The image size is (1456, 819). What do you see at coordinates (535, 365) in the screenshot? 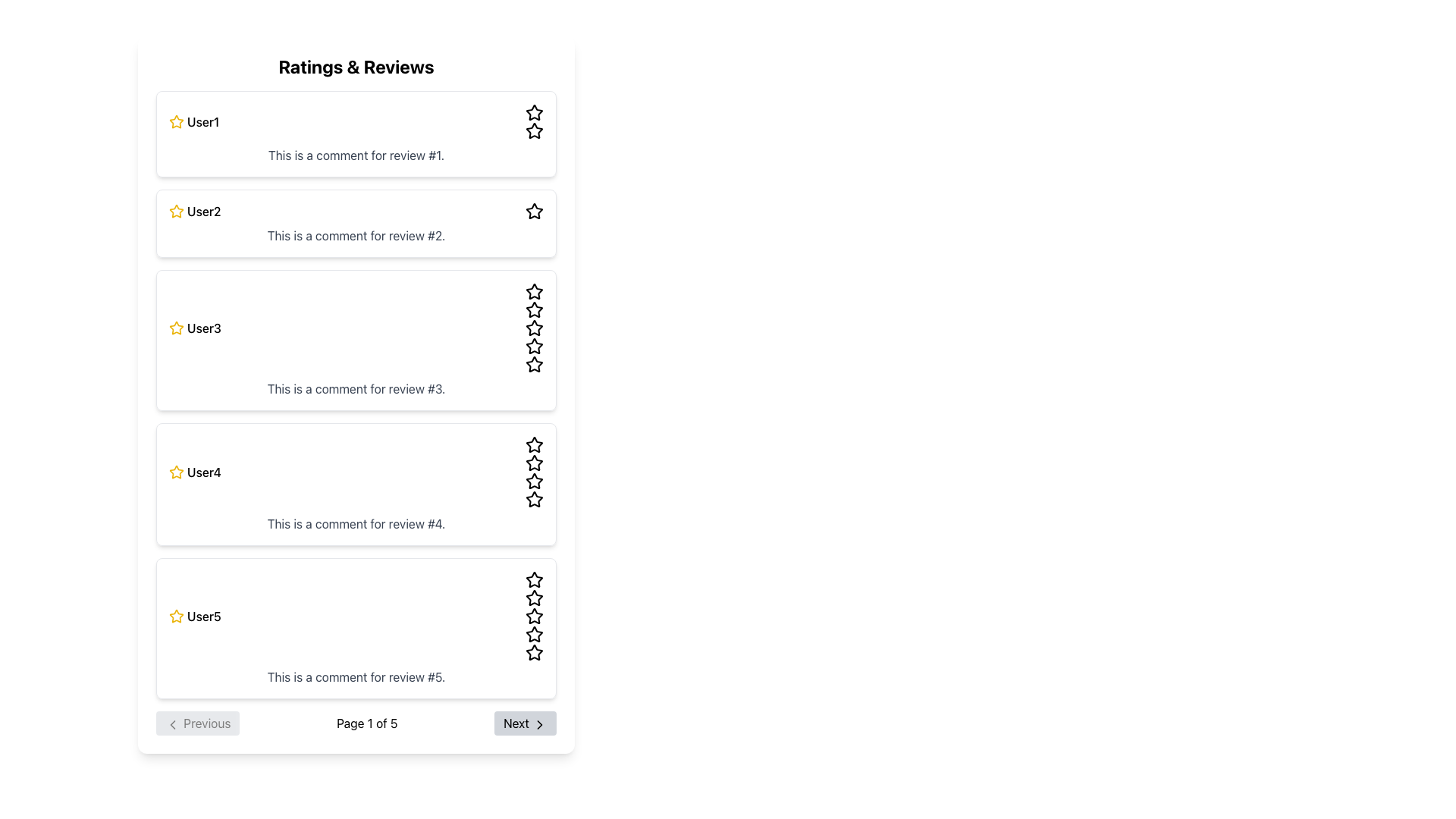
I see `the fifth black outlined star icon in the rating section of the third user review` at bounding box center [535, 365].